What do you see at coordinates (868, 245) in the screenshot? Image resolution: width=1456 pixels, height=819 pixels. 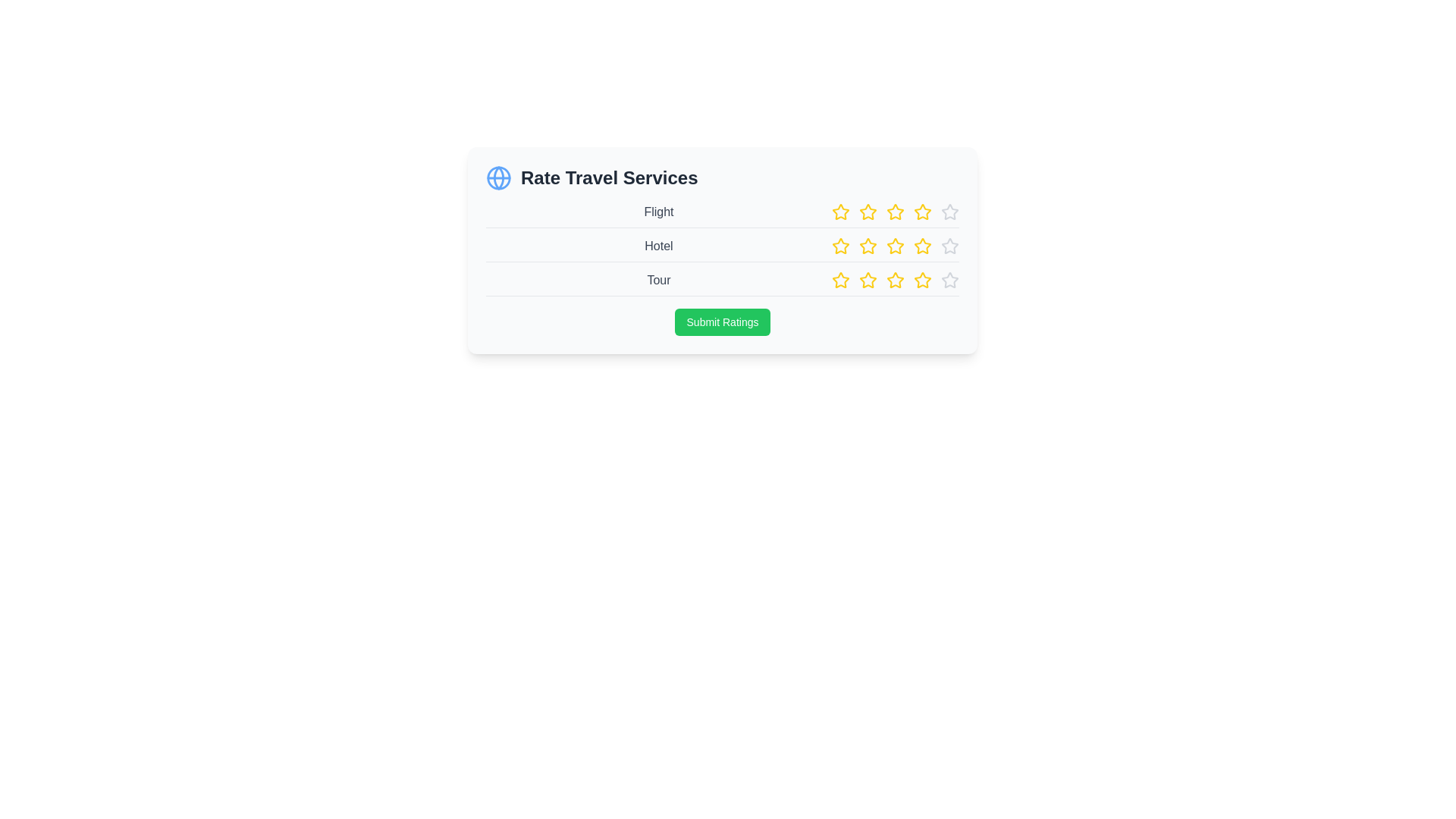 I see `the third star icon in the 'Hotel' rating section to select a three-star rating` at bounding box center [868, 245].